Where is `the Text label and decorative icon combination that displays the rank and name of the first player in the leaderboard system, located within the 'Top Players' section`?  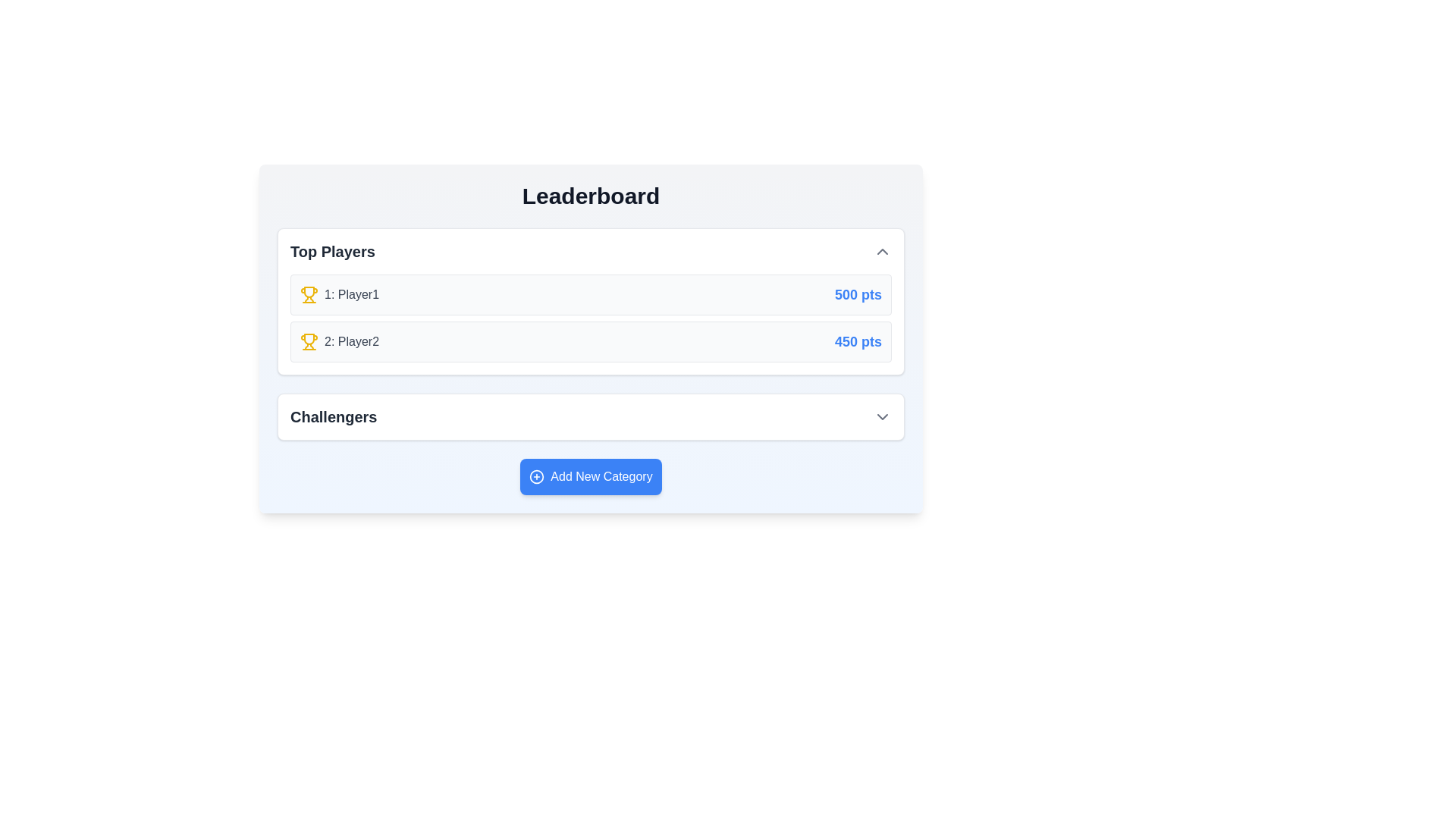
the Text label and decorative icon combination that displays the rank and name of the first player in the leaderboard system, located within the 'Top Players' section is located at coordinates (338, 295).